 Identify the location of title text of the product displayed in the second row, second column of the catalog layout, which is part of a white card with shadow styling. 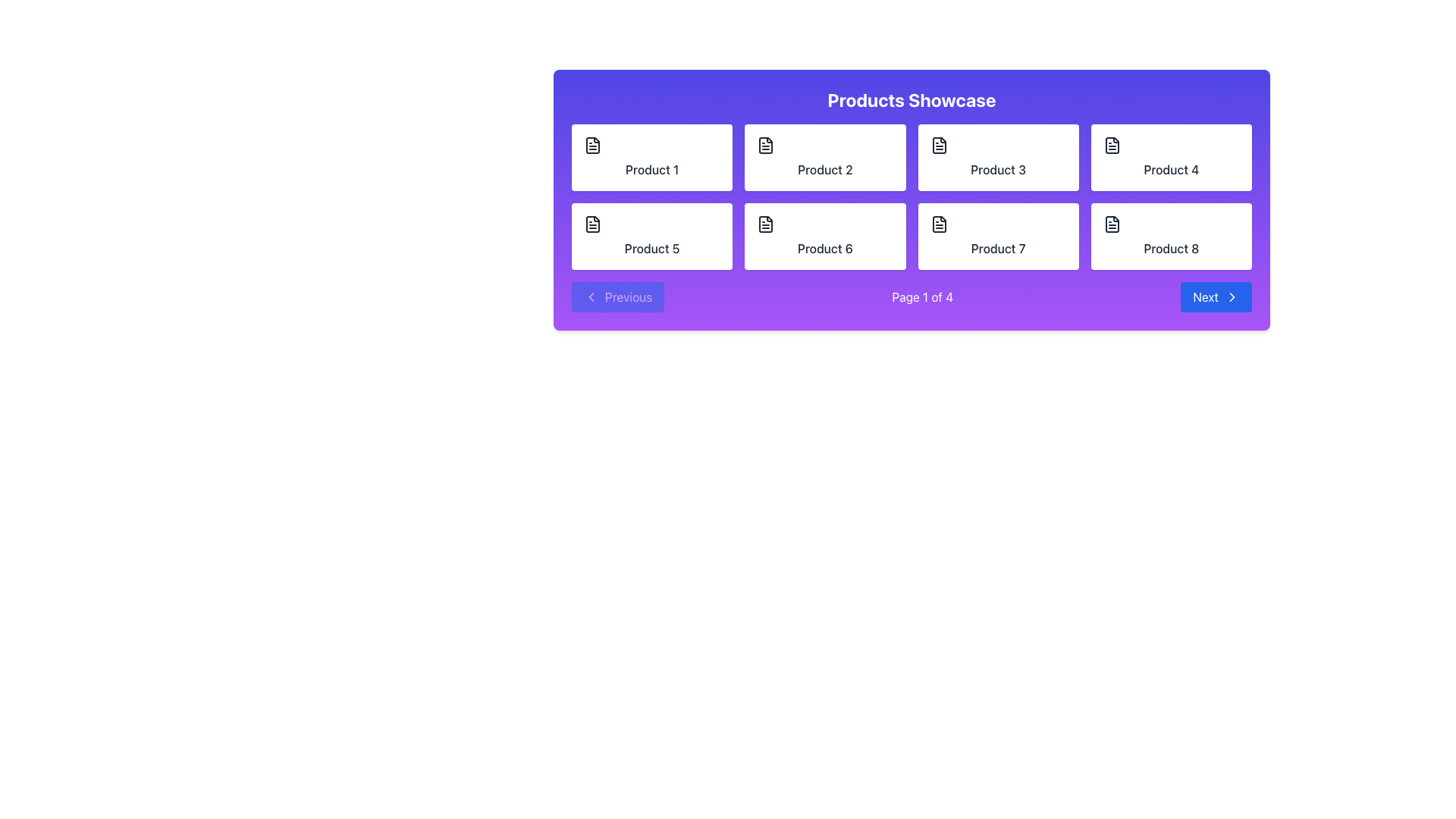
(998, 169).